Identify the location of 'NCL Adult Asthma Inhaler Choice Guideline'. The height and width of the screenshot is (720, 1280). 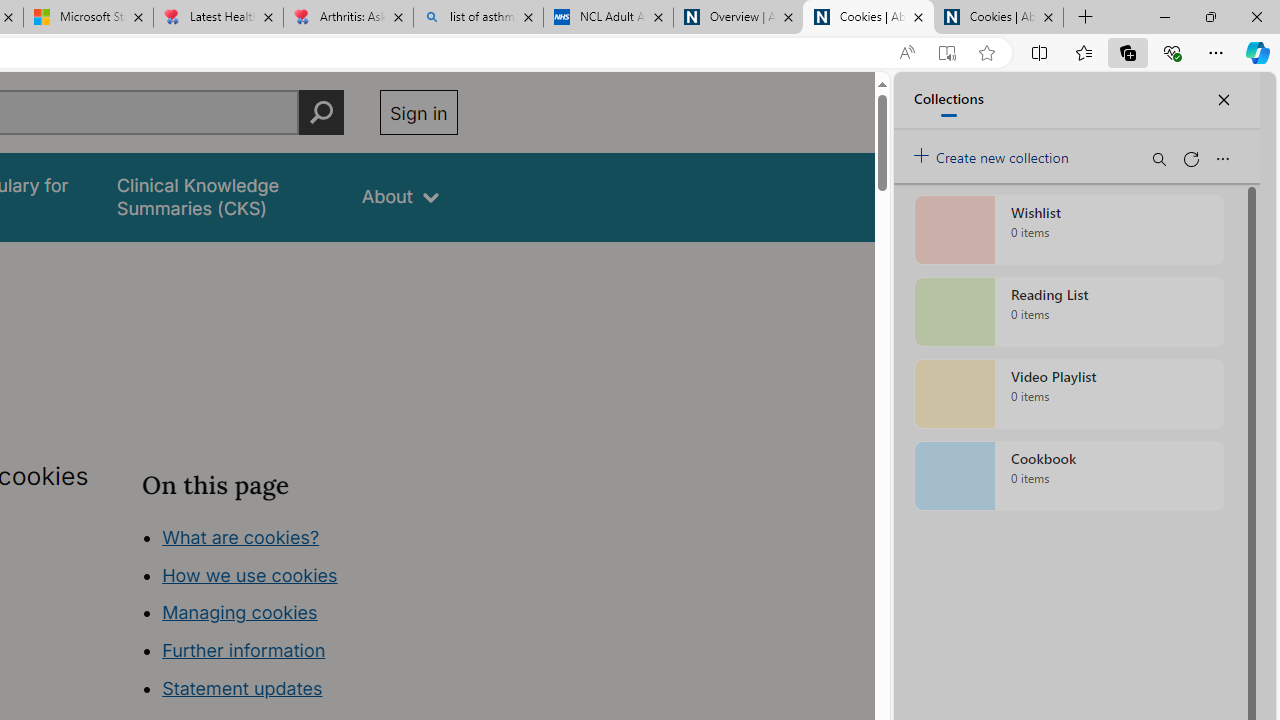
(607, 17).